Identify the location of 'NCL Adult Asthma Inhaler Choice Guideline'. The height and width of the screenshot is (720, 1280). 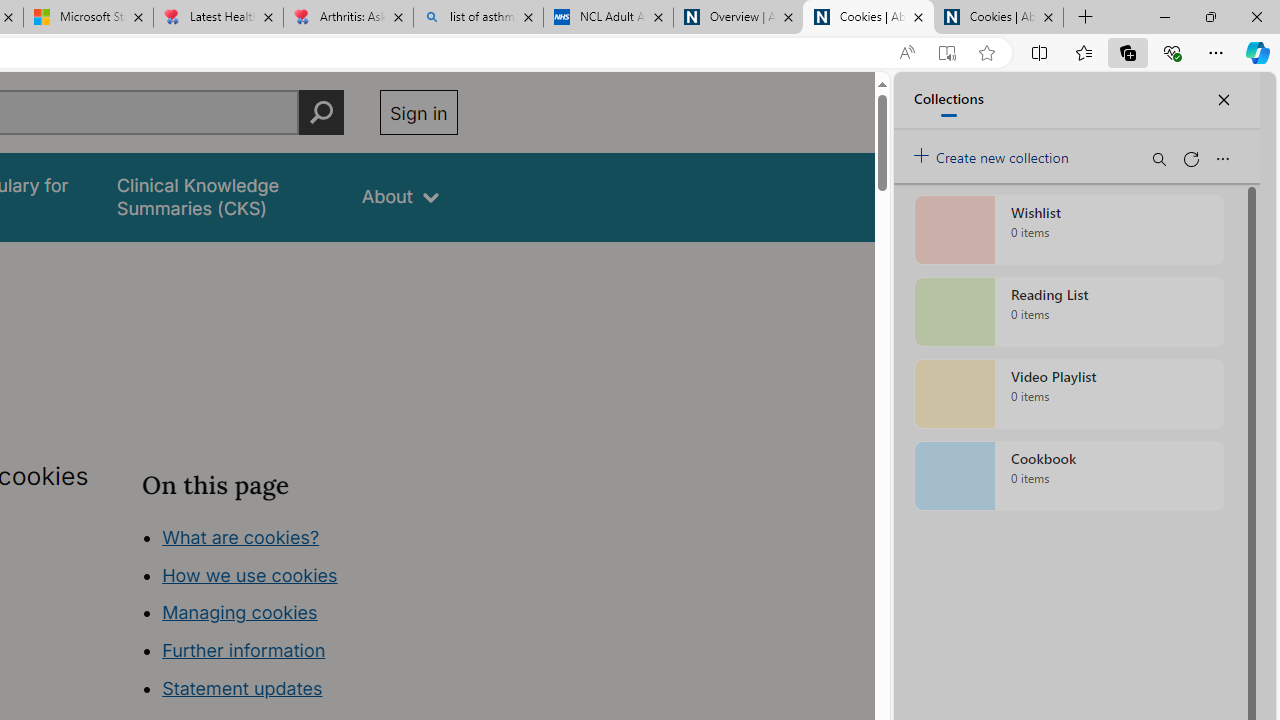
(607, 17).